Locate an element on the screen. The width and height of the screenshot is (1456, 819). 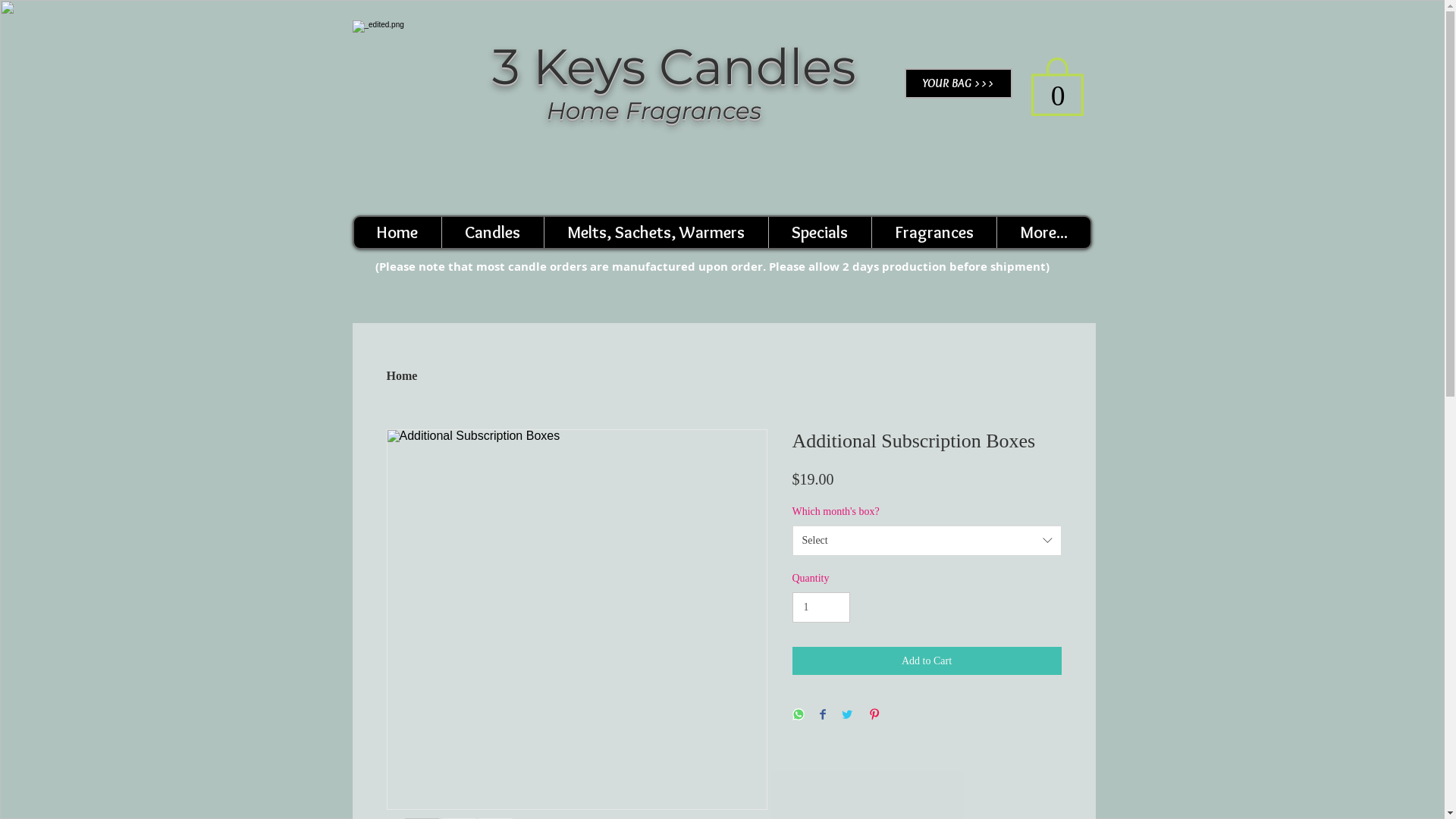
'Specials' is located at coordinates (767, 232).